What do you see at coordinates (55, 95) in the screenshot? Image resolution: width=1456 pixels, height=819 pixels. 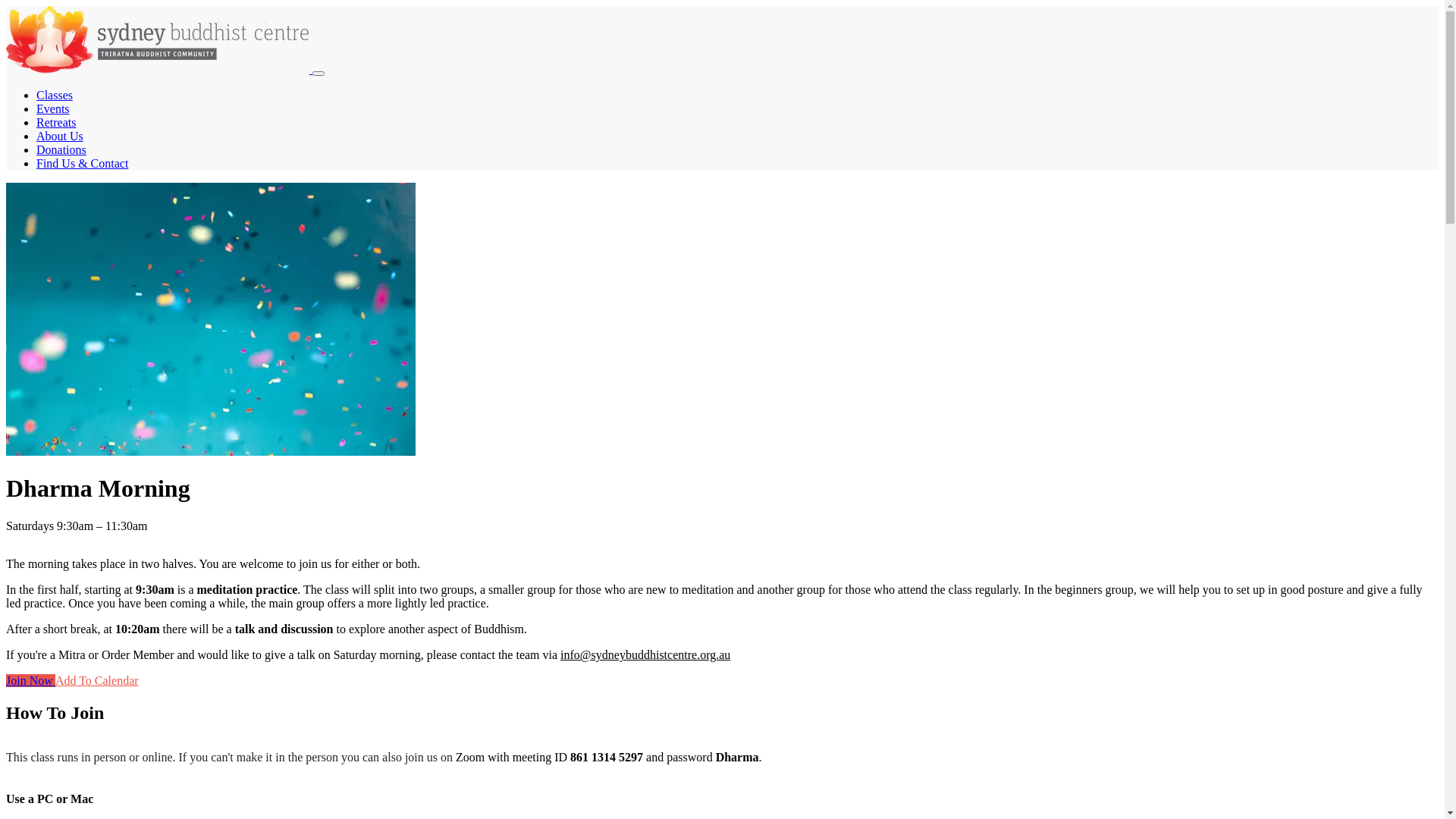 I see `'Classes'` at bounding box center [55, 95].